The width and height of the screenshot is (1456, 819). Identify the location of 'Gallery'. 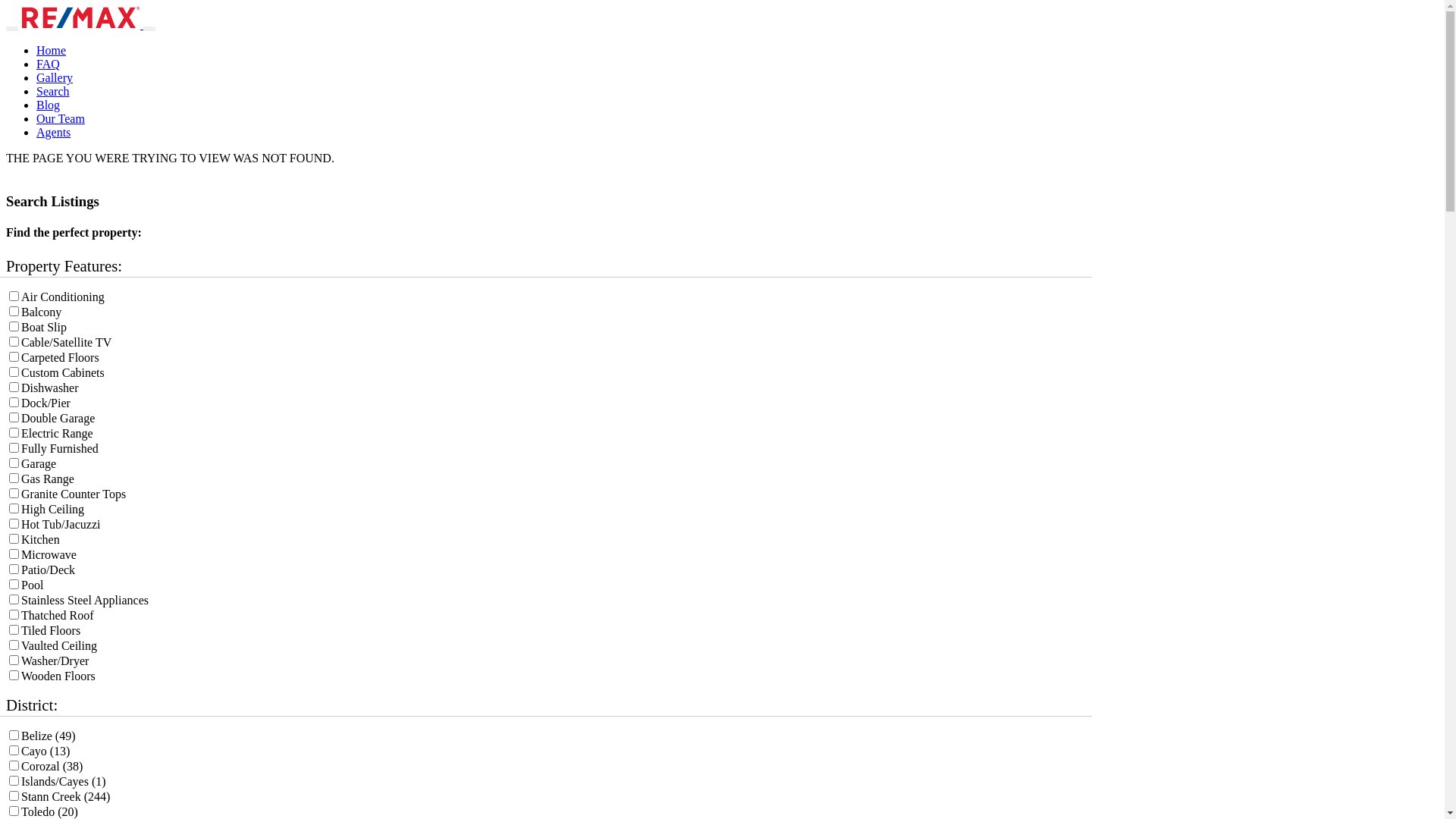
(55, 77).